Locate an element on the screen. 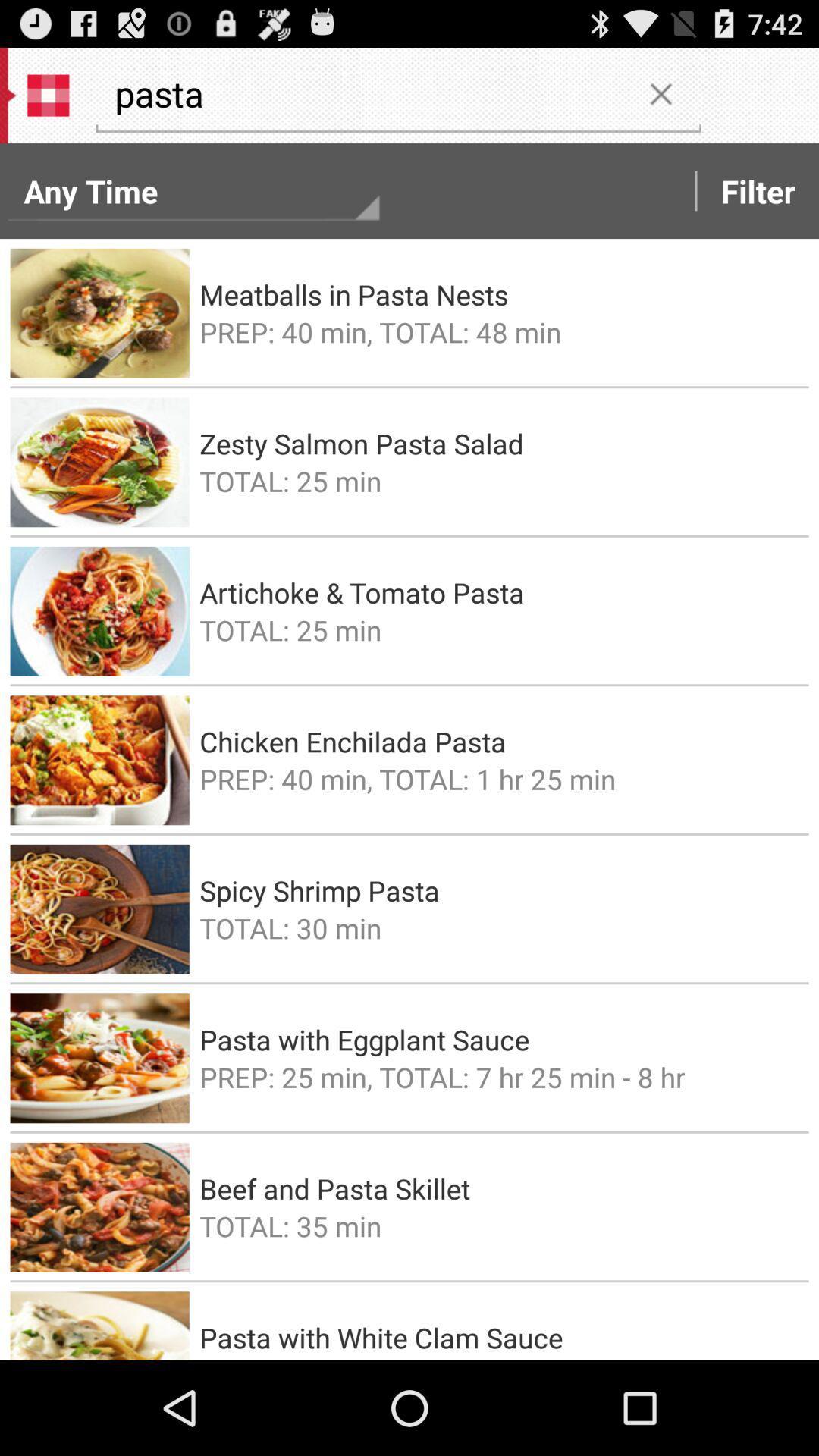  the meatballs in pasta is located at coordinates (499, 294).